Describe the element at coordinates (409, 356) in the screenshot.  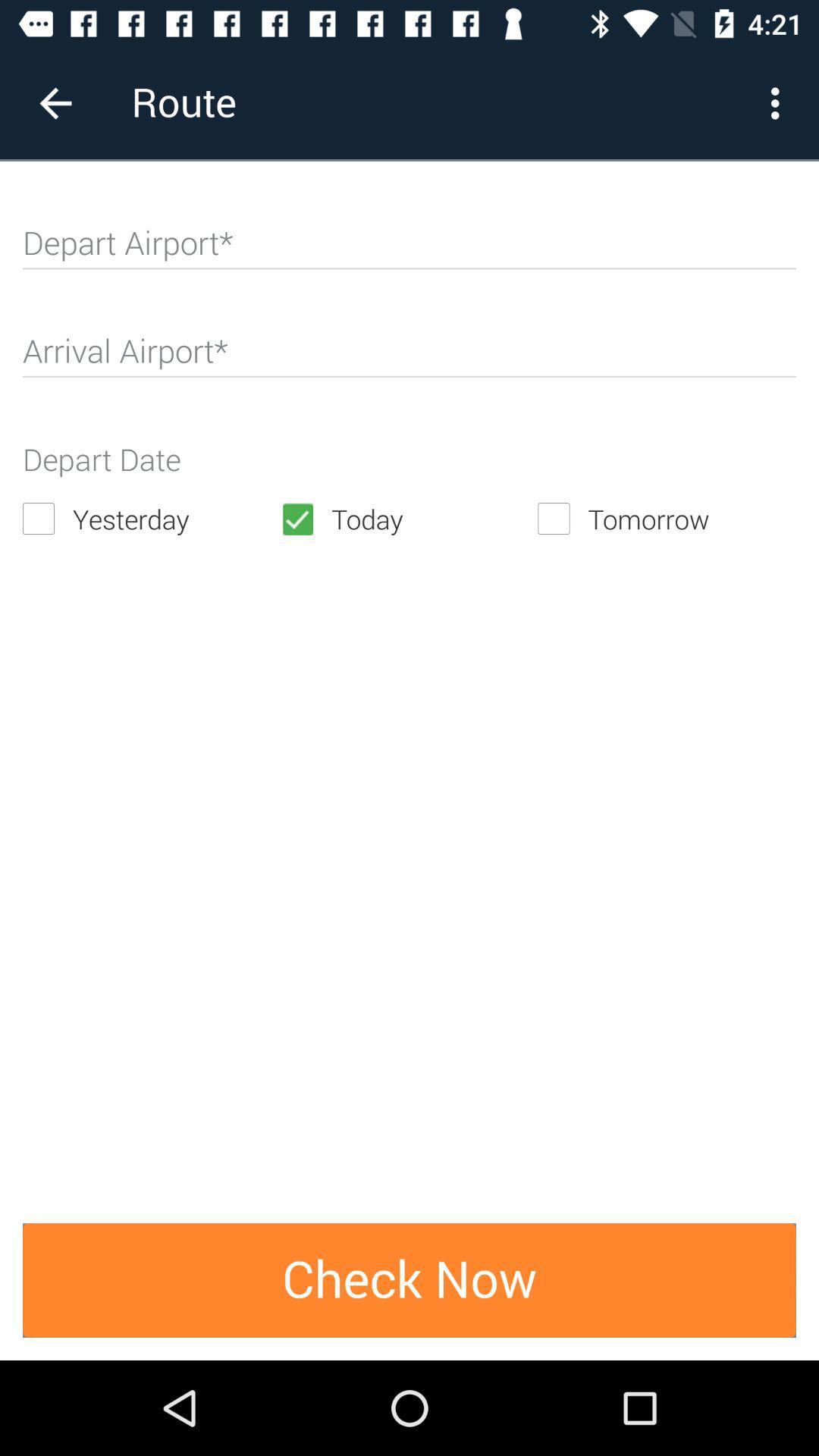
I see `type arrival airport` at that location.